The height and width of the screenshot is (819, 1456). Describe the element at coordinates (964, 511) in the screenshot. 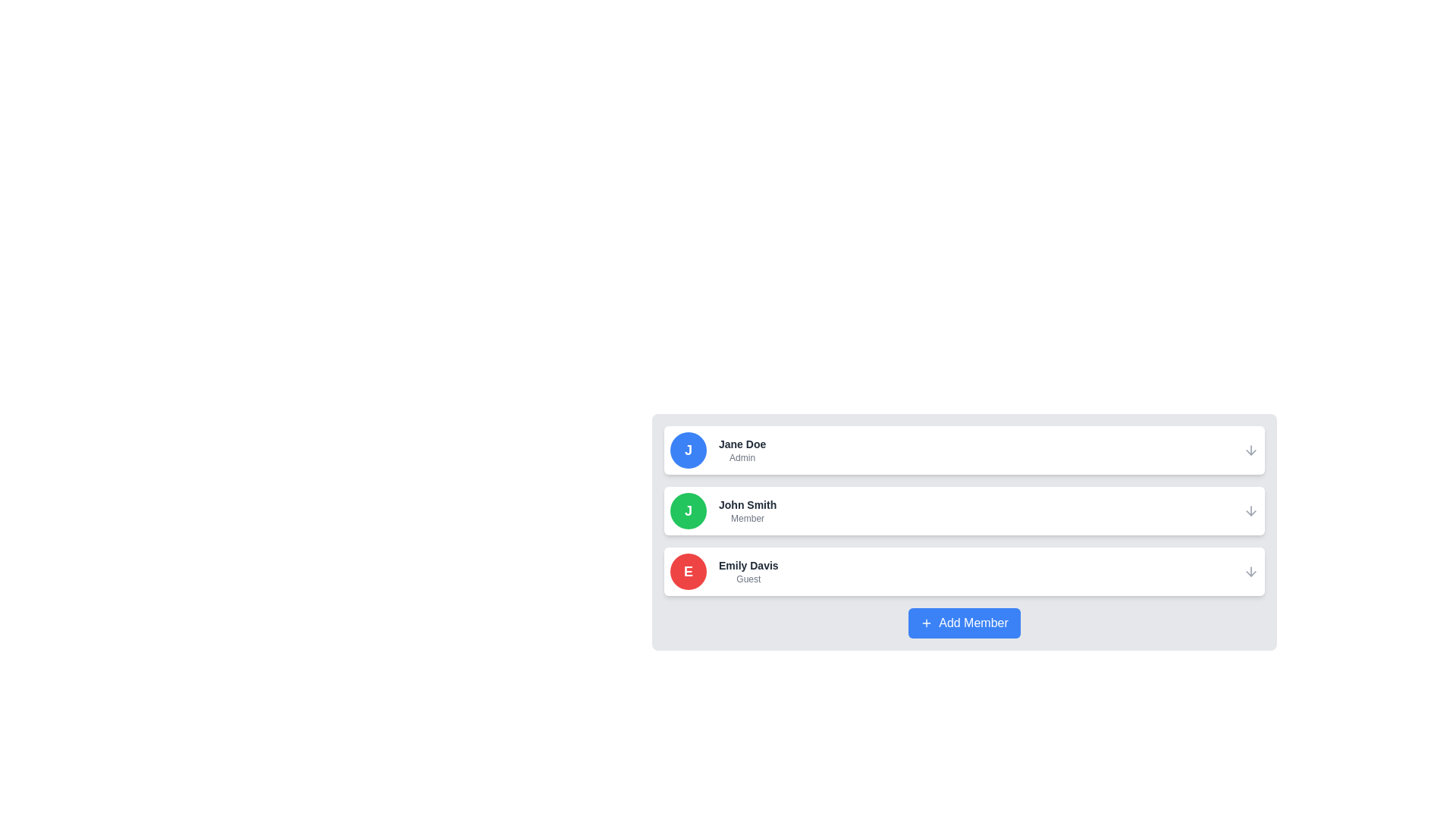

I see `the List Item Component representing 'John Smith' which displays their role as 'Member' and provides dropdown actions` at that location.